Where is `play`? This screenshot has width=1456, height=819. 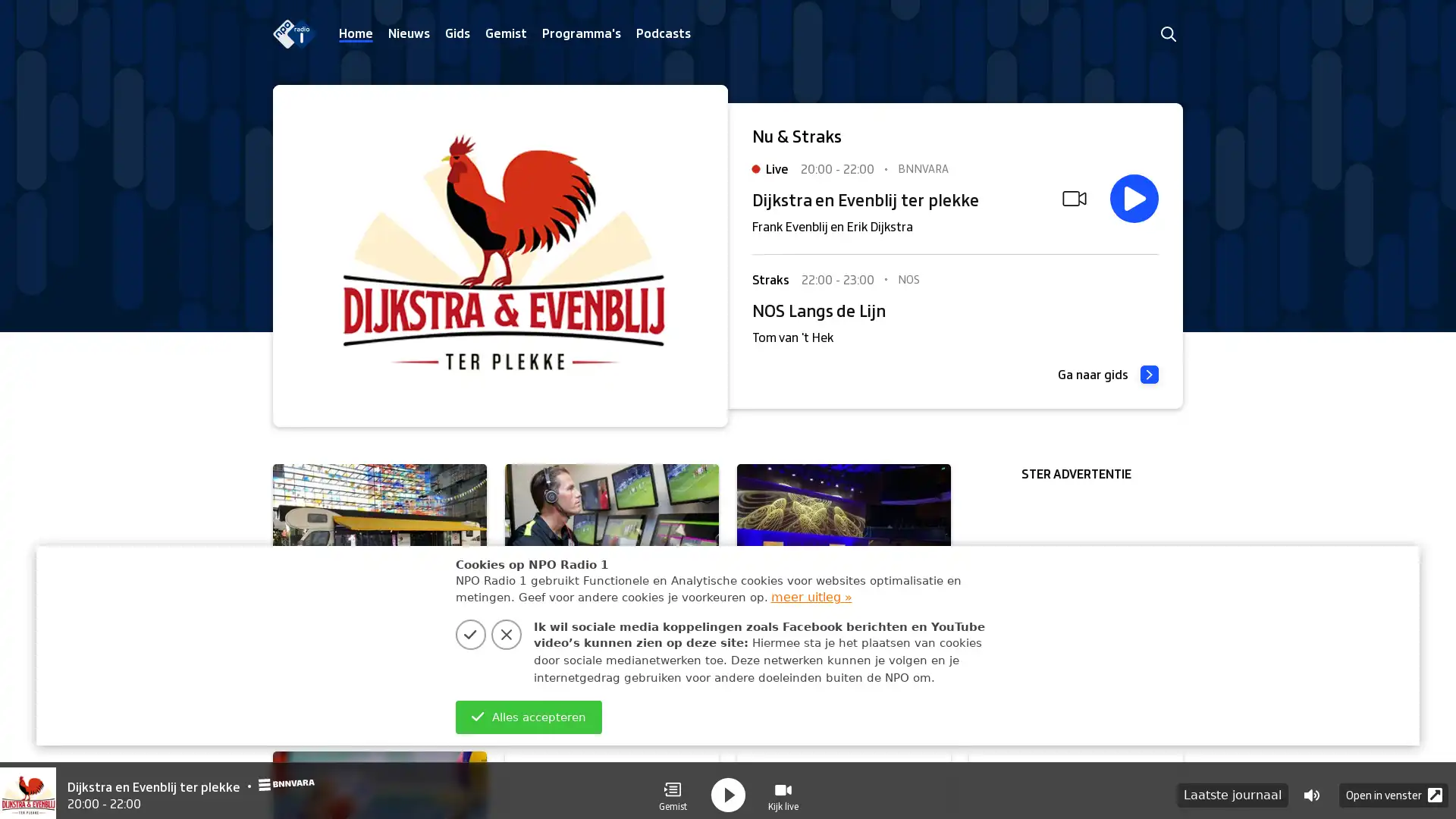
play is located at coordinates (728, 786).